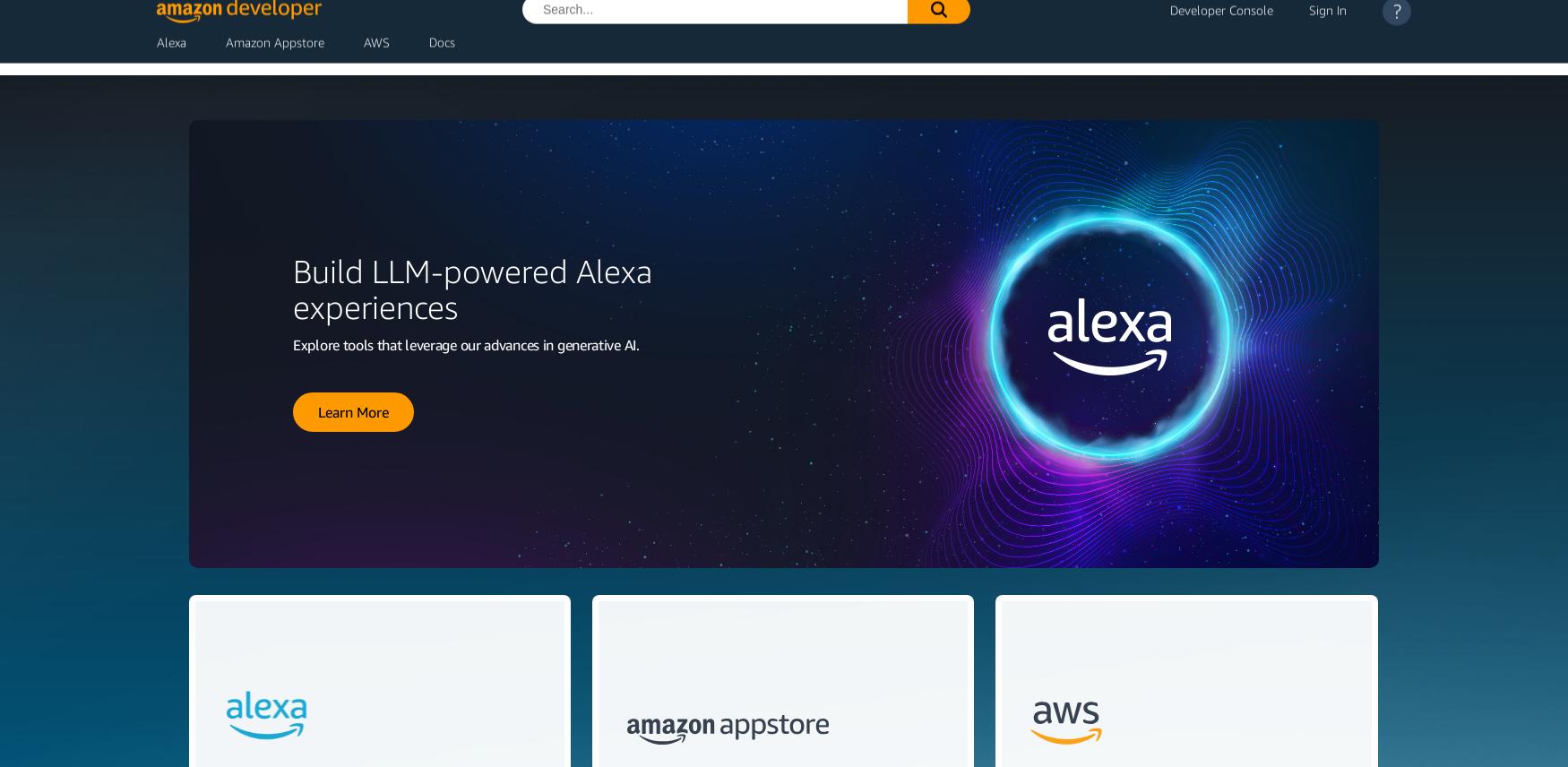  Describe the element at coordinates (1361, 56) in the screenshot. I see `'Support'` at that location.